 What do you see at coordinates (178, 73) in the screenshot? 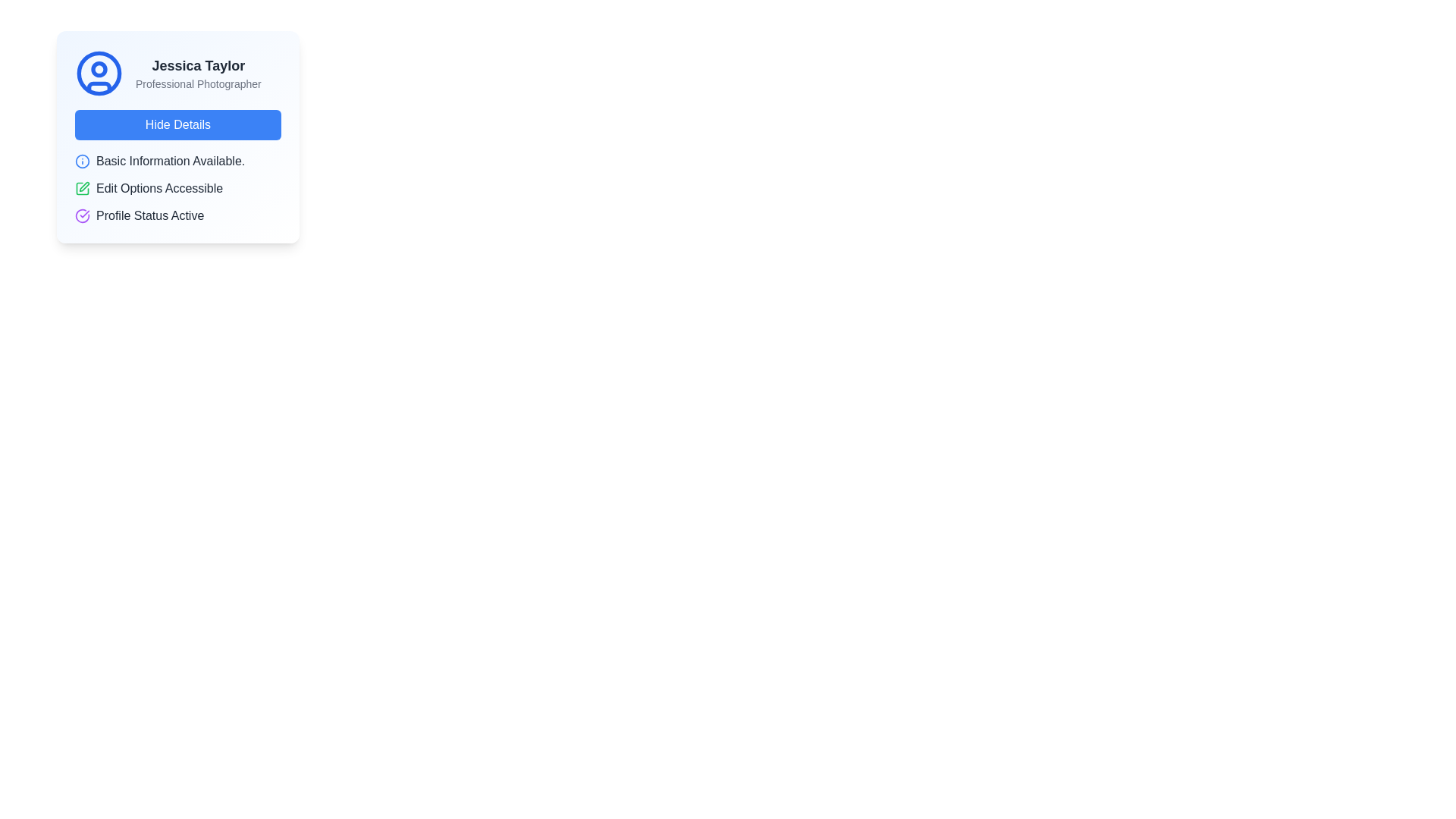
I see `the Informational Display (Profile Header) which features a circular user icon with a blue outline, the name 'Jessica Taylor' in bold large text, and the title 'Professional Photographer' below it` at bounding box center [178, 73].